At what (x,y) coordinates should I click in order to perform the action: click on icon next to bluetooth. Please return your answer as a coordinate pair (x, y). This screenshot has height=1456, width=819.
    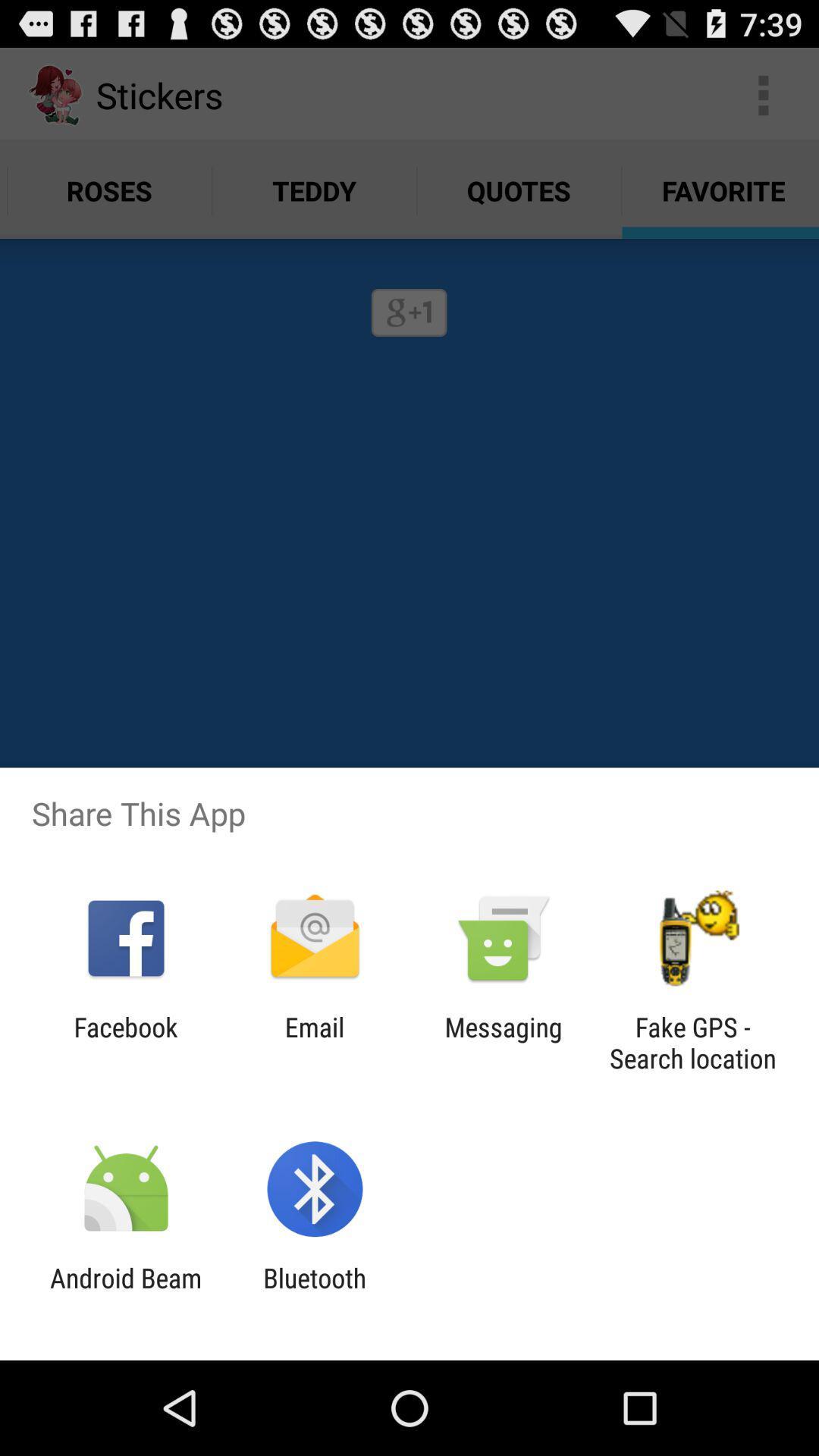
    Looking at the image, I should click on (125, 1293).